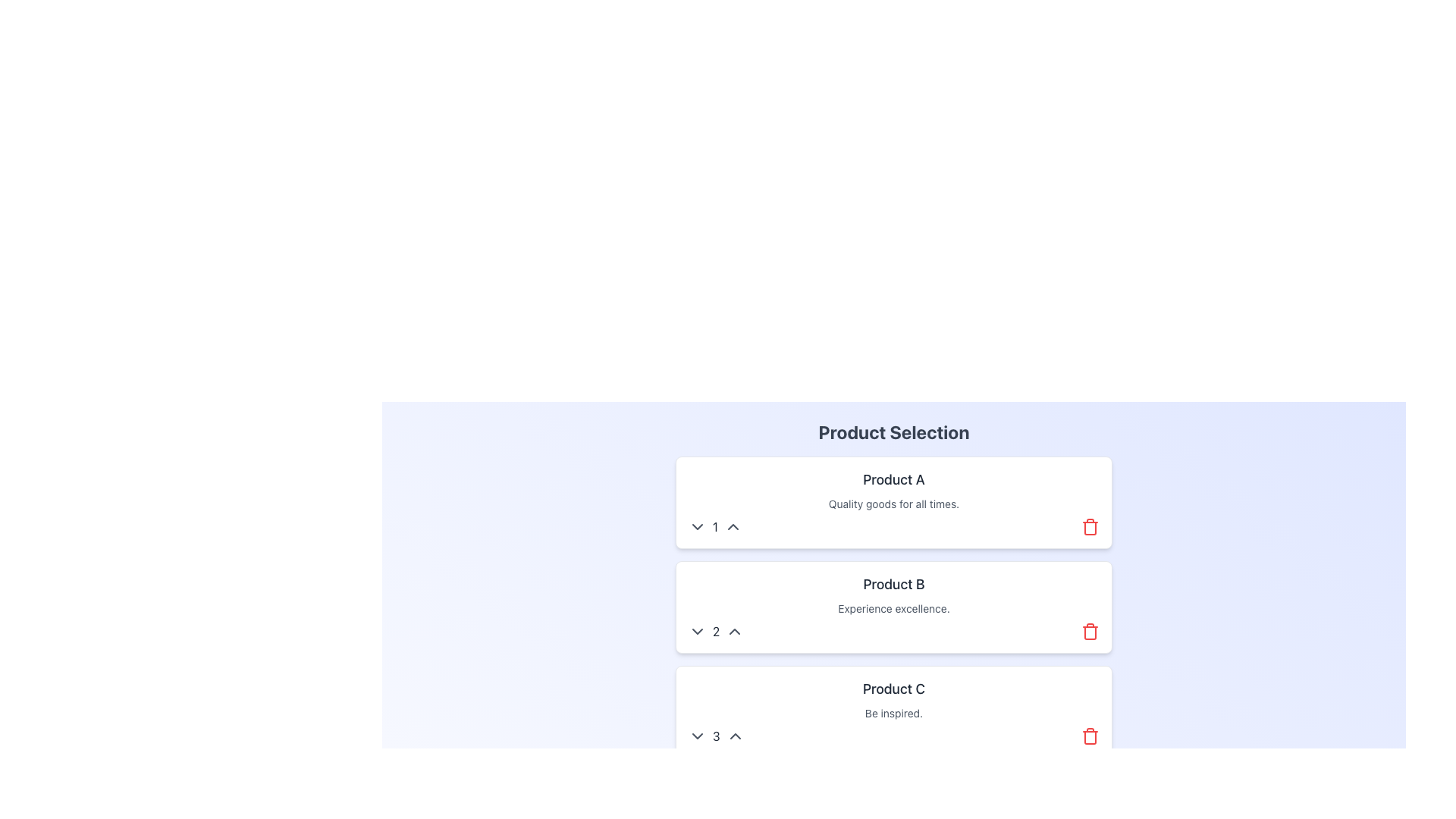 This screenshot has width=1456, height=819. I want to click on the button component in the bottom-right corner of the card representing 'Product C', so click(1090, 736).